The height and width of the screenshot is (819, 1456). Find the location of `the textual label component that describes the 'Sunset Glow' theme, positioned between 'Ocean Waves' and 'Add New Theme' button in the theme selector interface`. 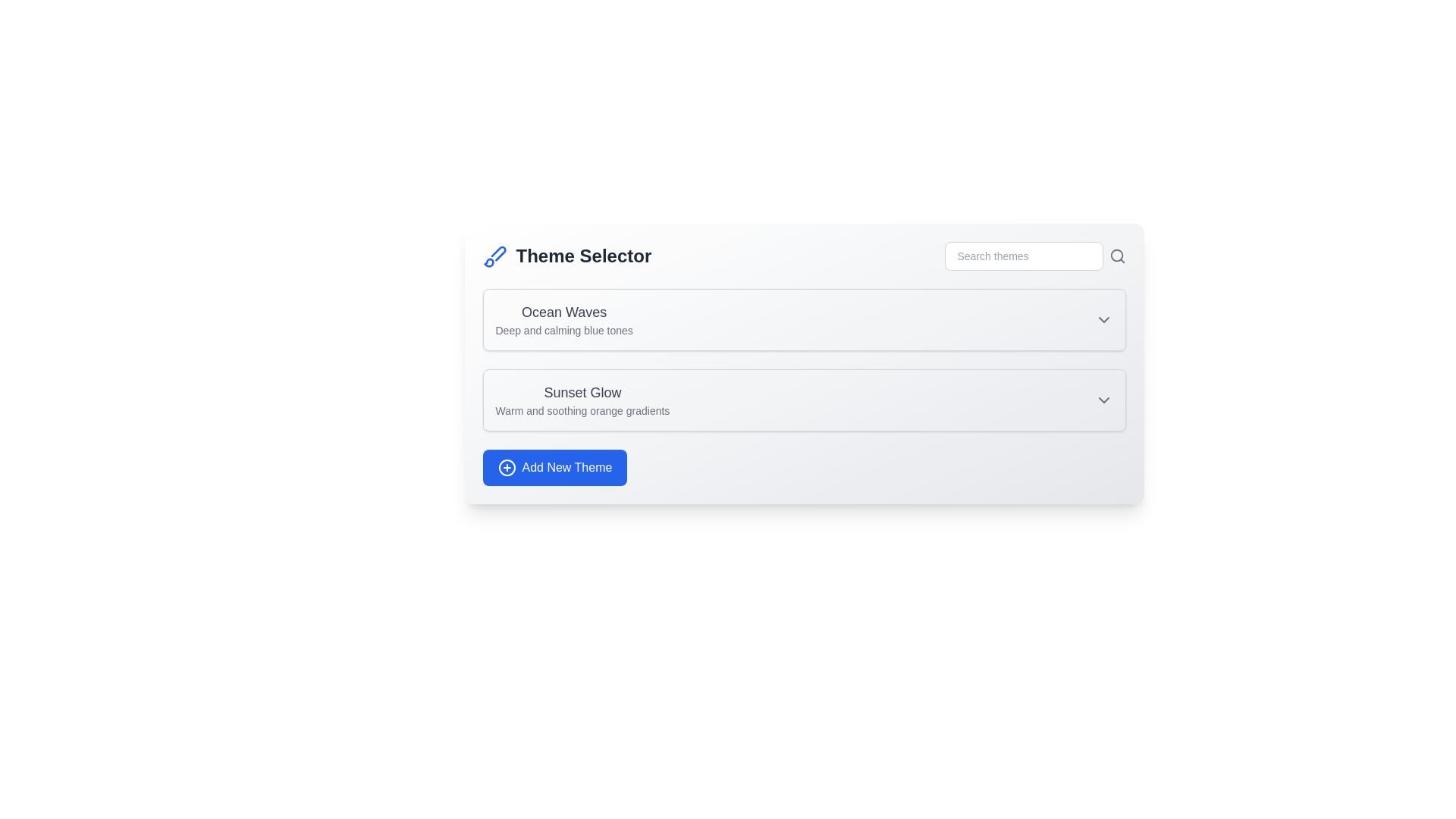

the textual label component that describes the 'Sunset Glow' theme, positioned between 'Ocean Waves' and 'Add New Theme' button in the theme selector interface is located at coordinates (582, 400).